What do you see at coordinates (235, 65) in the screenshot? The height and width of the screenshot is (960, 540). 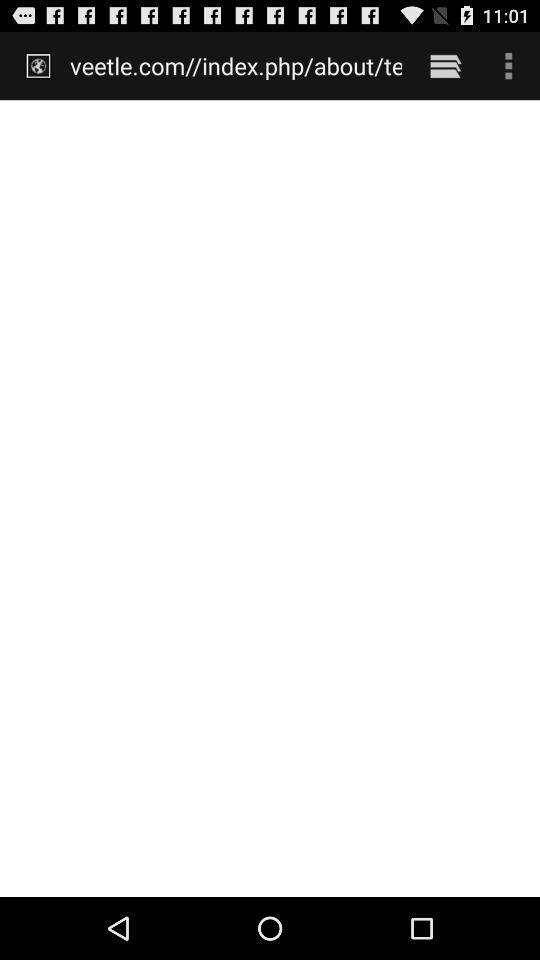 I see `the veetle com index icon` at bounding box center [235, 65].